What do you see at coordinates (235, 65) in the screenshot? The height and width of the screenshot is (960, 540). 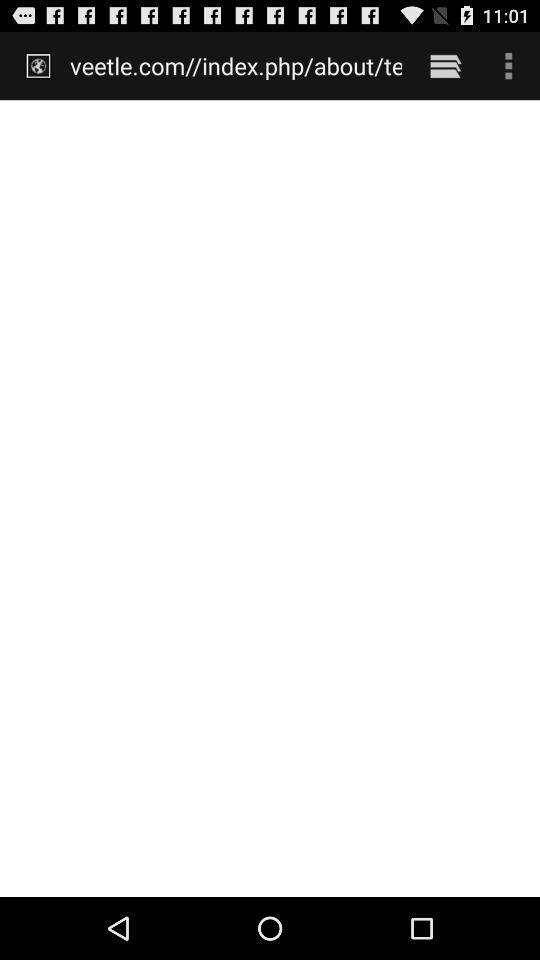 I see `the veetle com index icon` at bounding box center [235, 65].